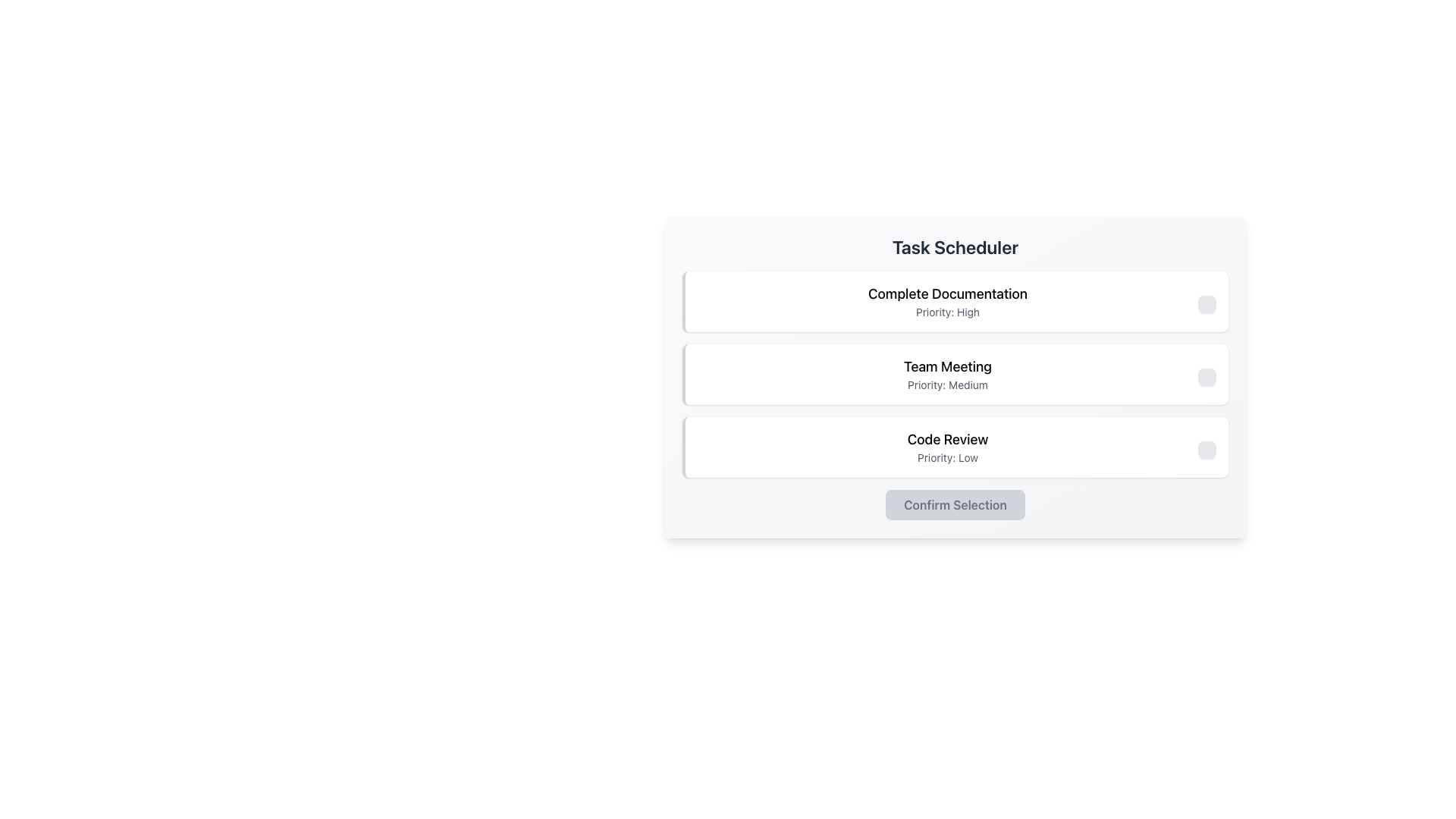  Describe the element at coordinates (946, 366) in the screenshot. I see `the bold text element reading 'Team Meeting', which is prominently displayed as the title in the middle section of the list in the Task Scheduler` at that location.